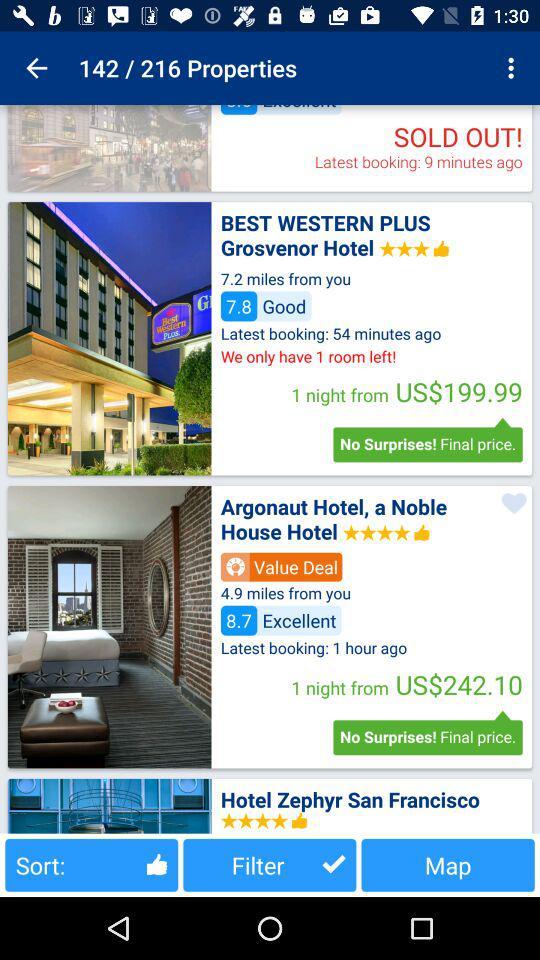 The height and width of the screenshot is (960, 540). I want to click on item to the left of 142 / 216 properties app, so click(36, 68).